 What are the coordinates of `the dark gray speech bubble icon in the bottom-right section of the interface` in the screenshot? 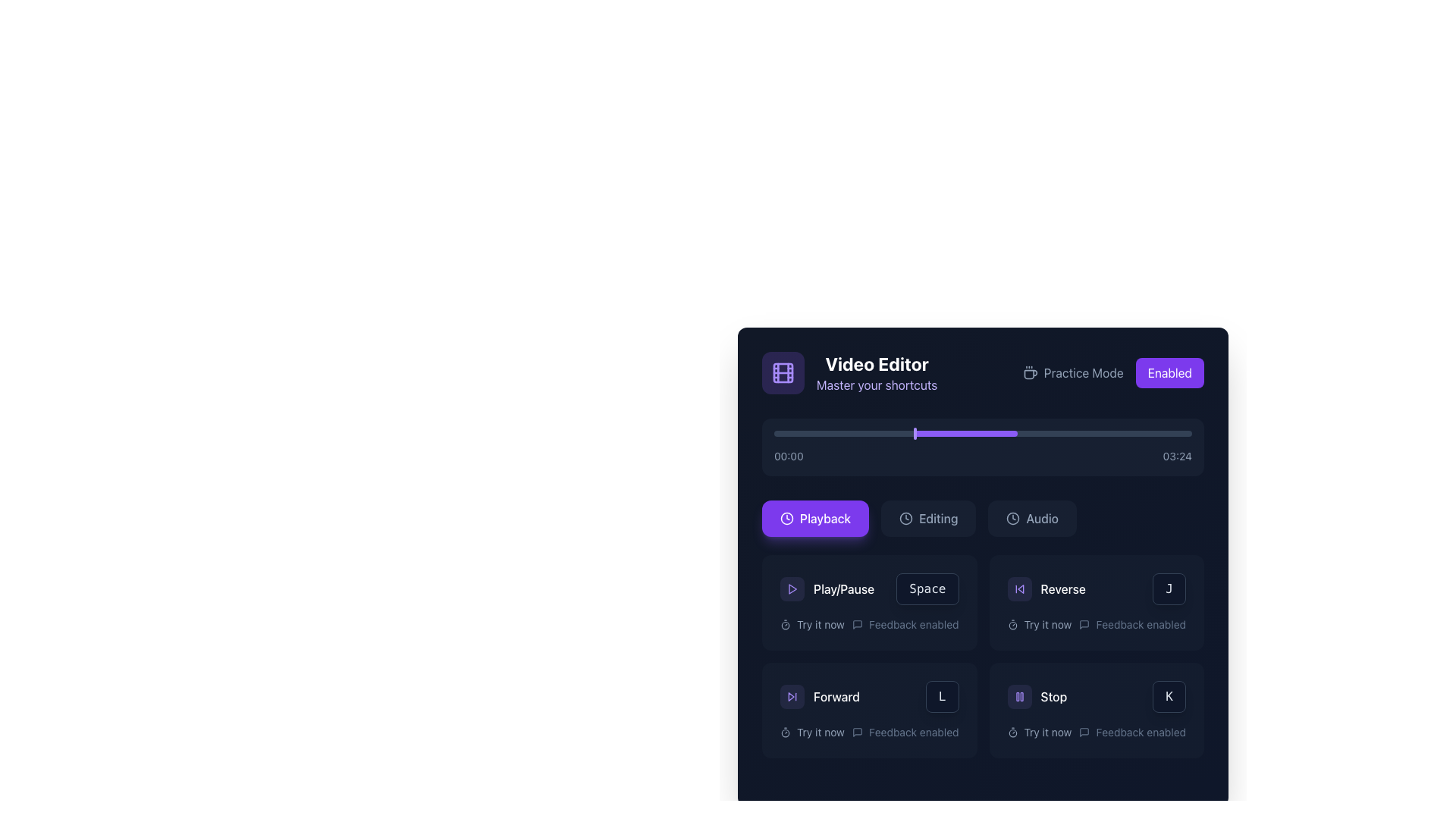 It's located at (857, 731).